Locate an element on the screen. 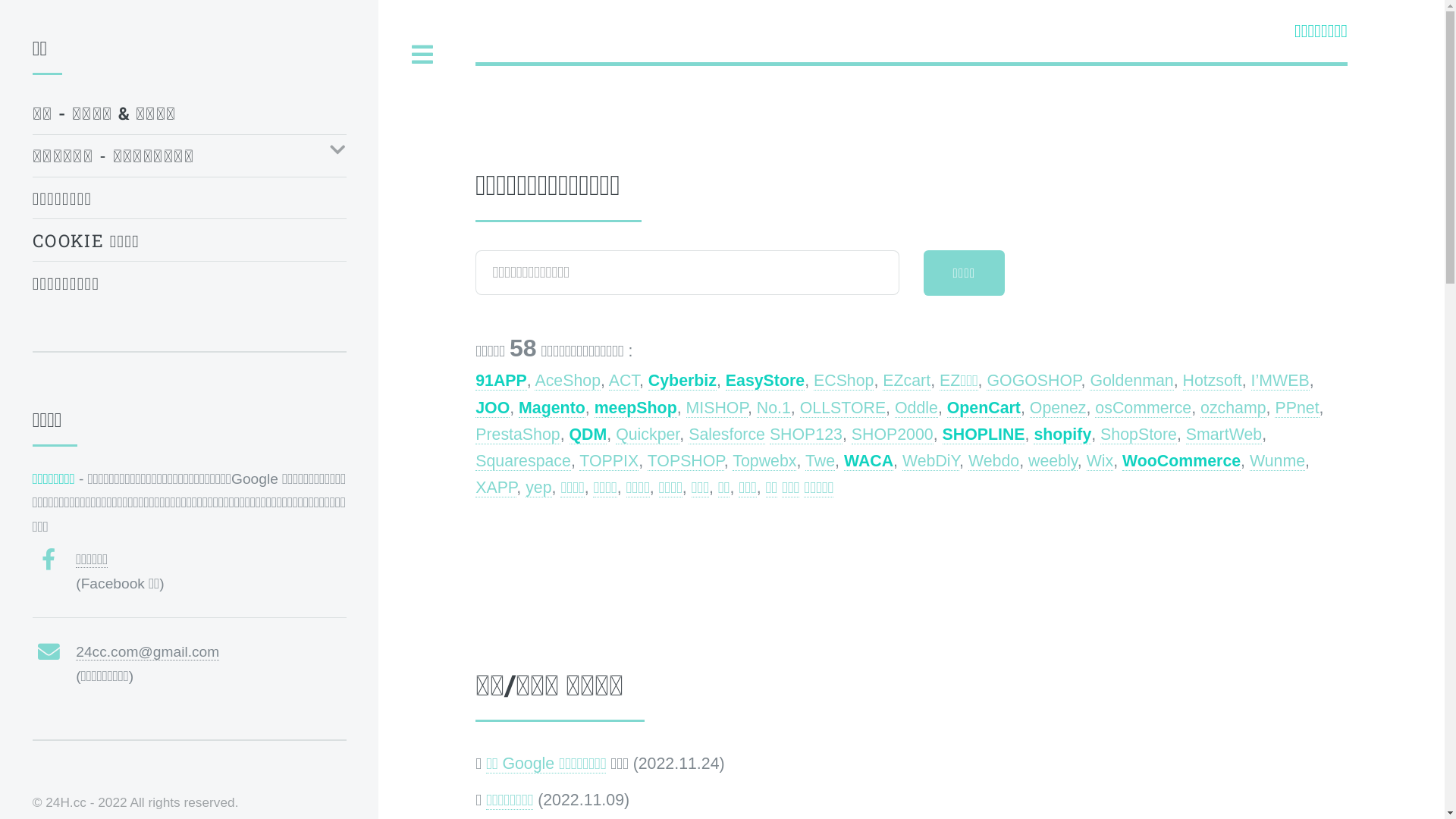  'Webdo' is located at coordinates (967, 460).